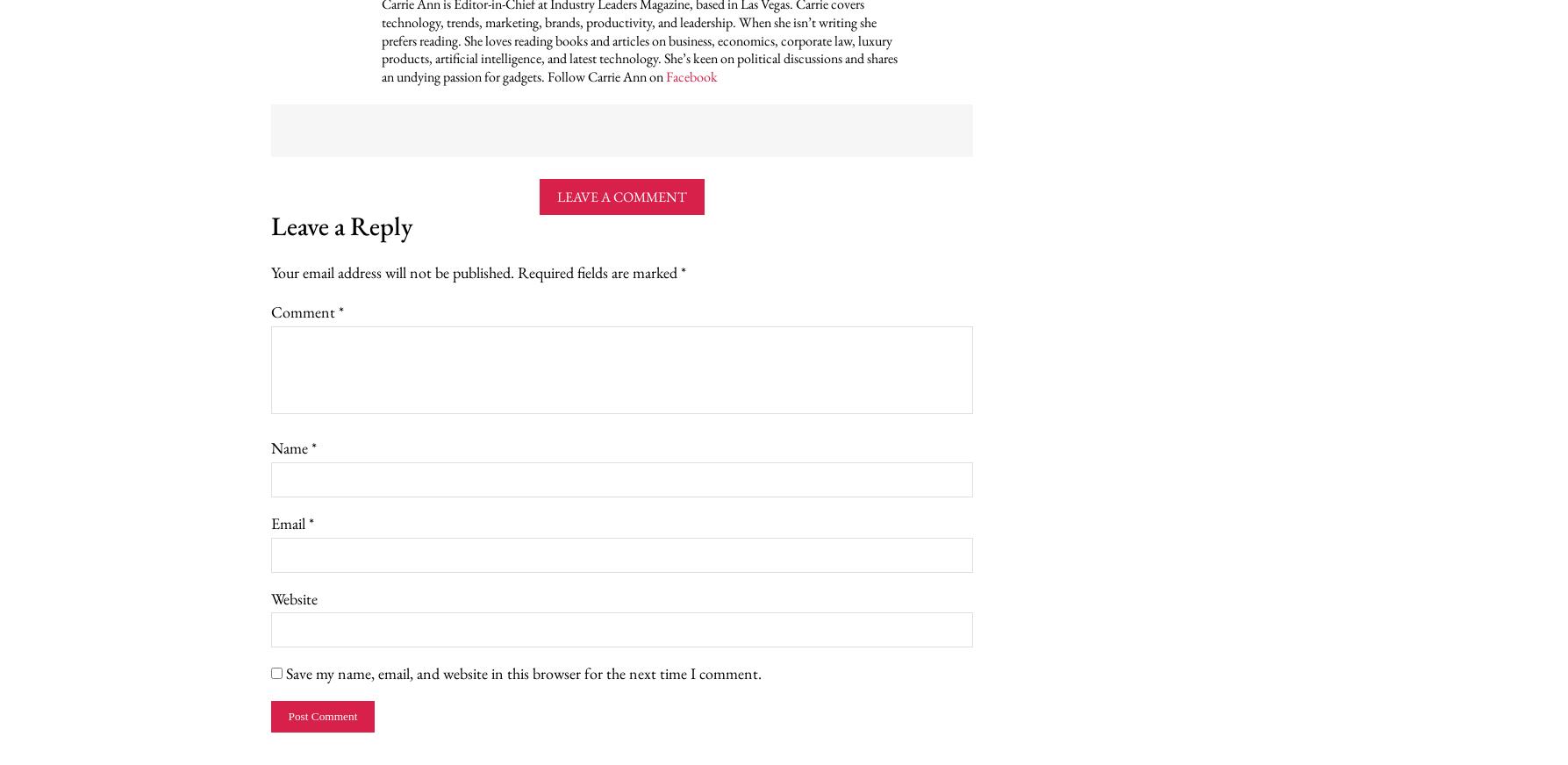 Image resolution: width=1568 pixels, height=765 pixels. What do you see at coordinates (289, 447) in the screenshot?
I see `'Name'` at bounding box center [289, 447].